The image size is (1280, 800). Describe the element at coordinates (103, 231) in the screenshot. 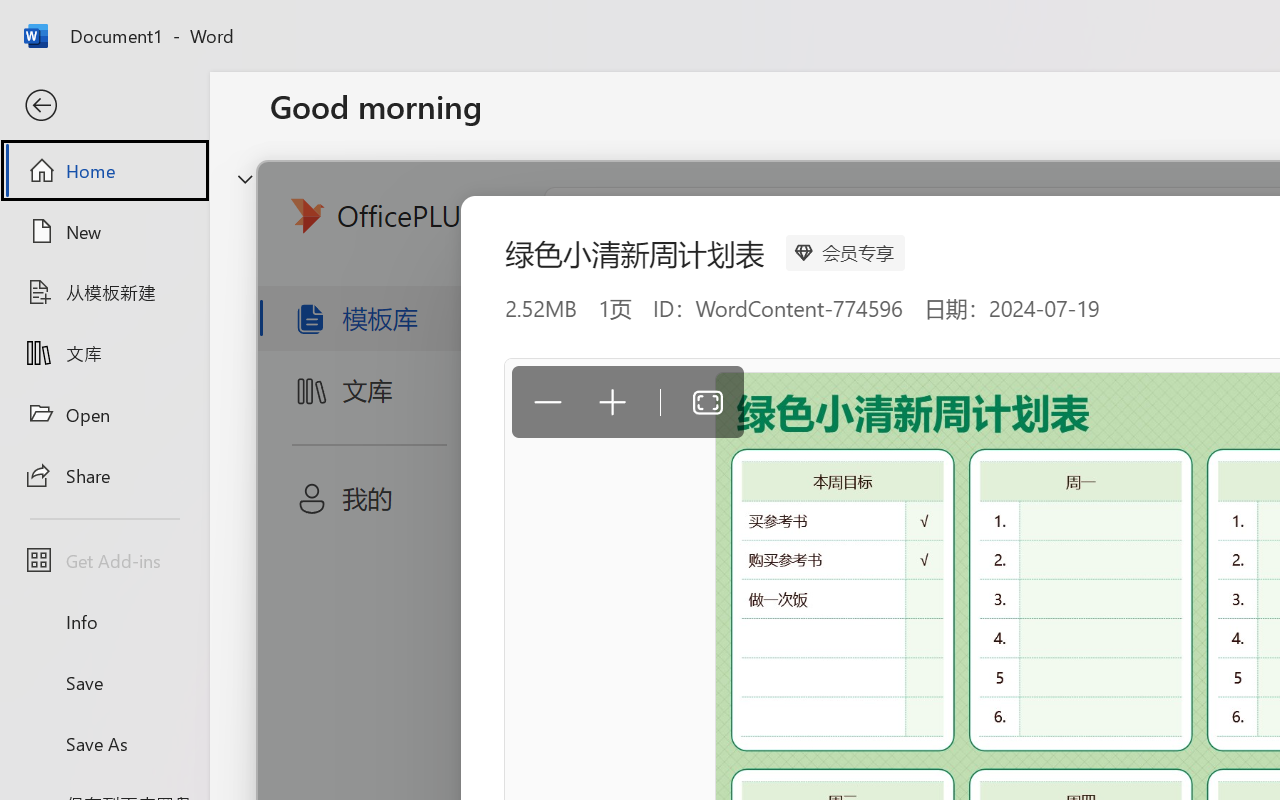

I see `'New'` at that location.